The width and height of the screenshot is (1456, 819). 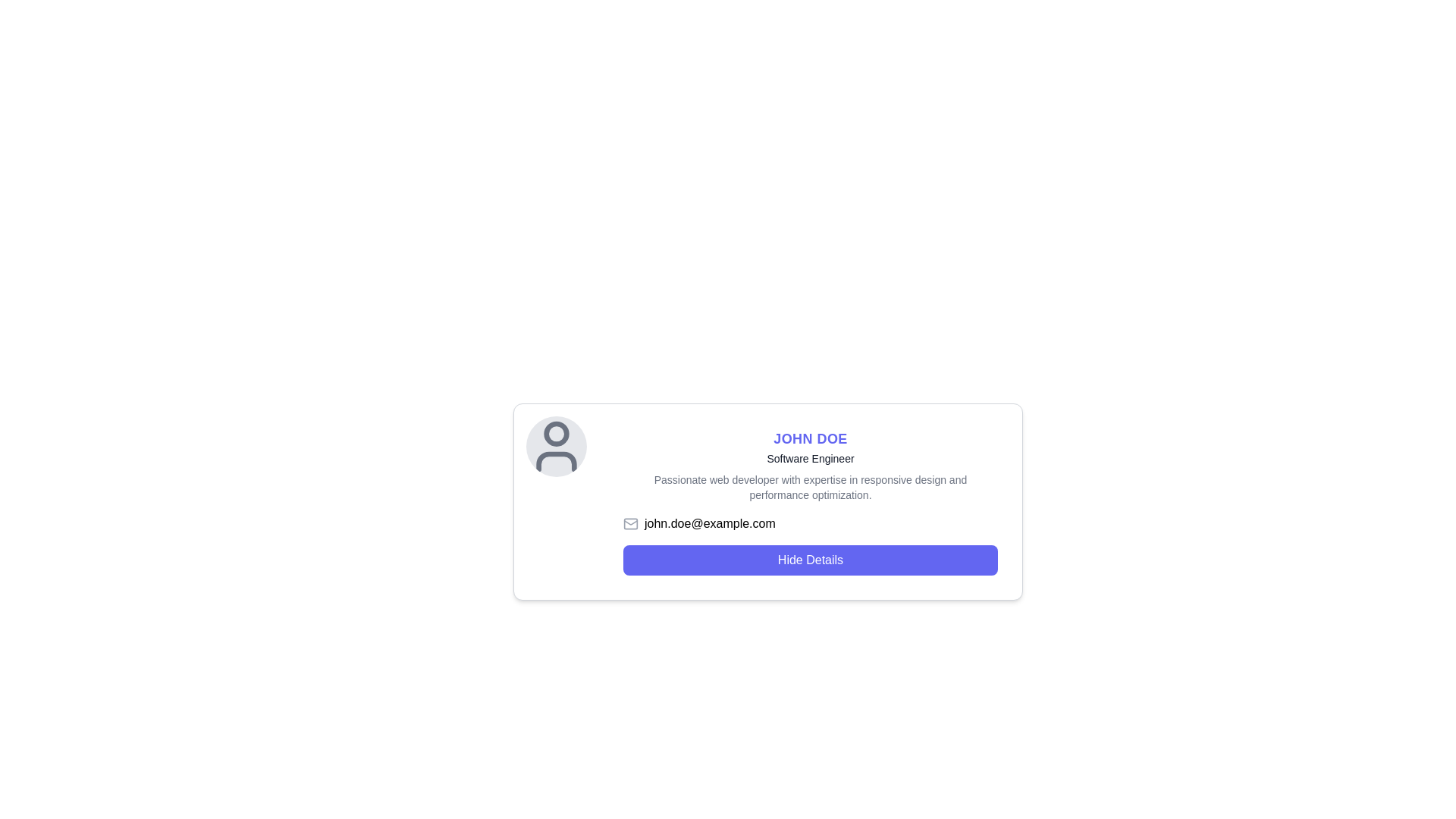 What do you see at coordinates (810, 487) in the screenshot?
I see `the text element displaying the phrase 'Passionate web developer with expertise in responsive design and performance optimization.' located beneath the 'Software Engineer' title in the user profile card` at bounding box center [810, 487].